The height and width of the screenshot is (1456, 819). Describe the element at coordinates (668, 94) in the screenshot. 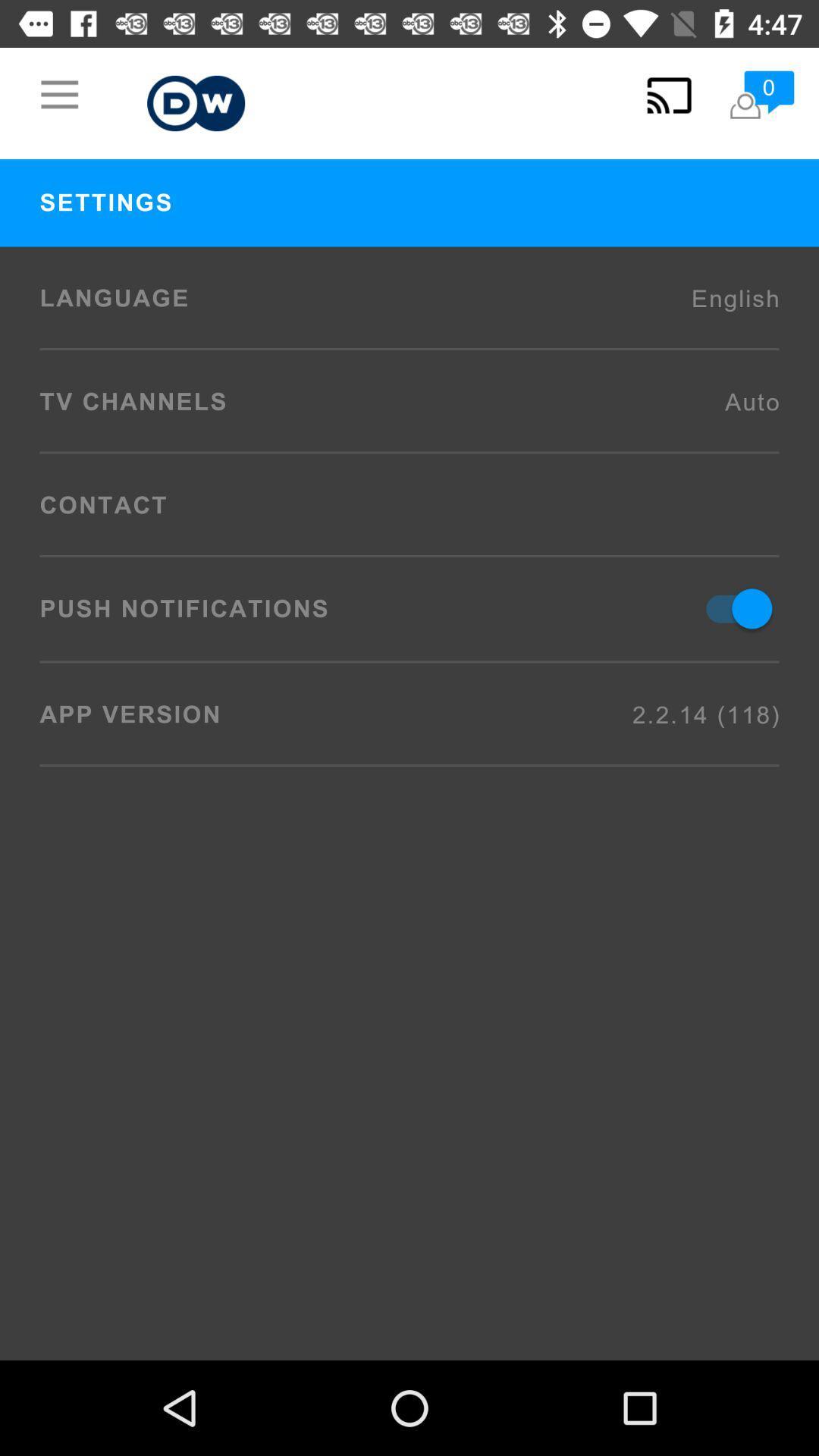

I see `the item to the left of 0 icon` at that location.